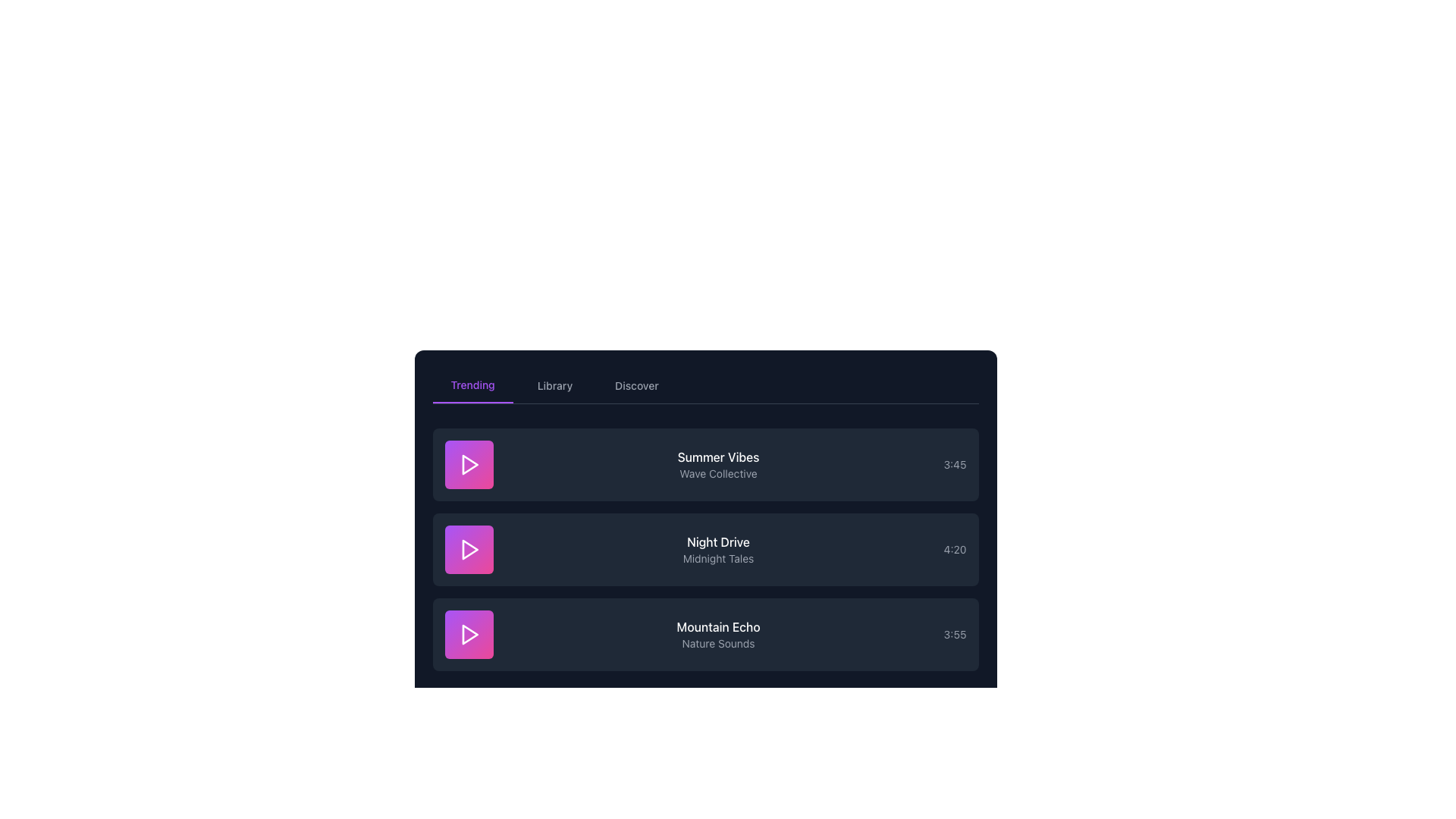 The image size is (1456, 819). I want to click on the 'Trending' tab, which is the first tab in a horizontal navigation bar styled with a bold purple font, so click(472, 385).